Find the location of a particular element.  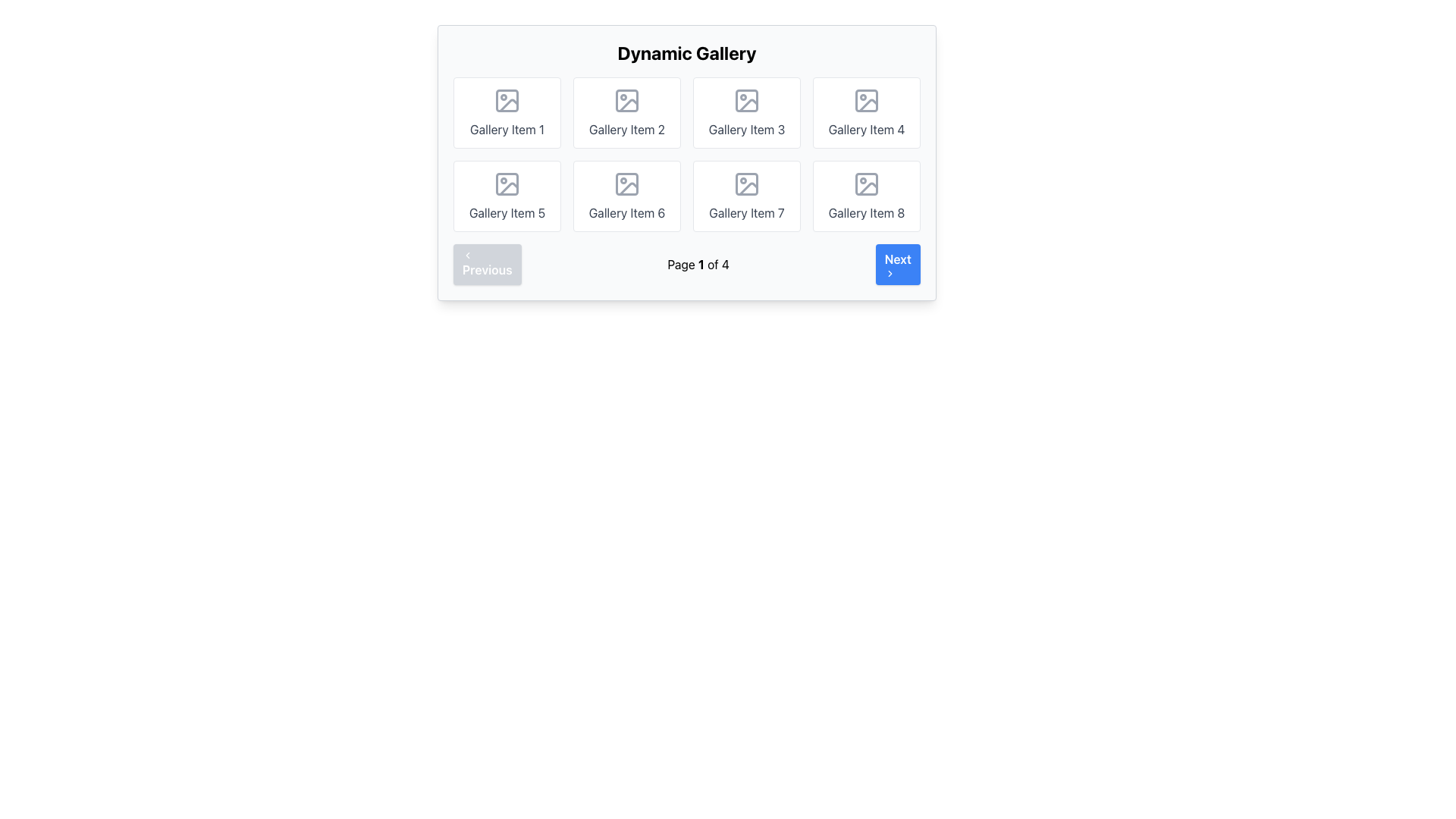

the static image icon located at the top-center of the card labeled 'Gallery Item 3', which is the third item in a 2x4 grid layout is located at coordinates (746, 100).